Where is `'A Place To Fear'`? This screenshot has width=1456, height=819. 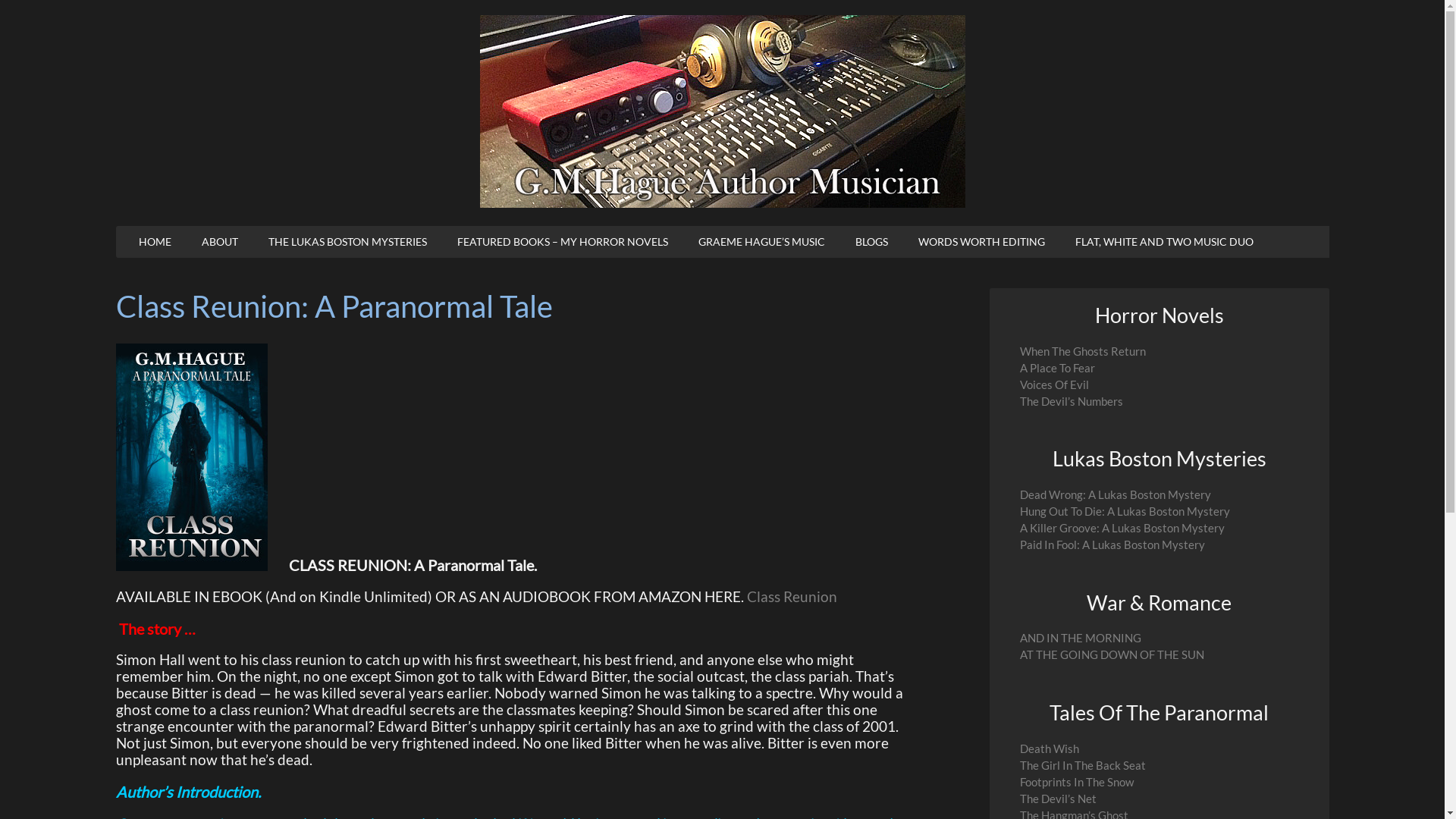 'A Place To Fear' is located at coordinates (1056, 368).